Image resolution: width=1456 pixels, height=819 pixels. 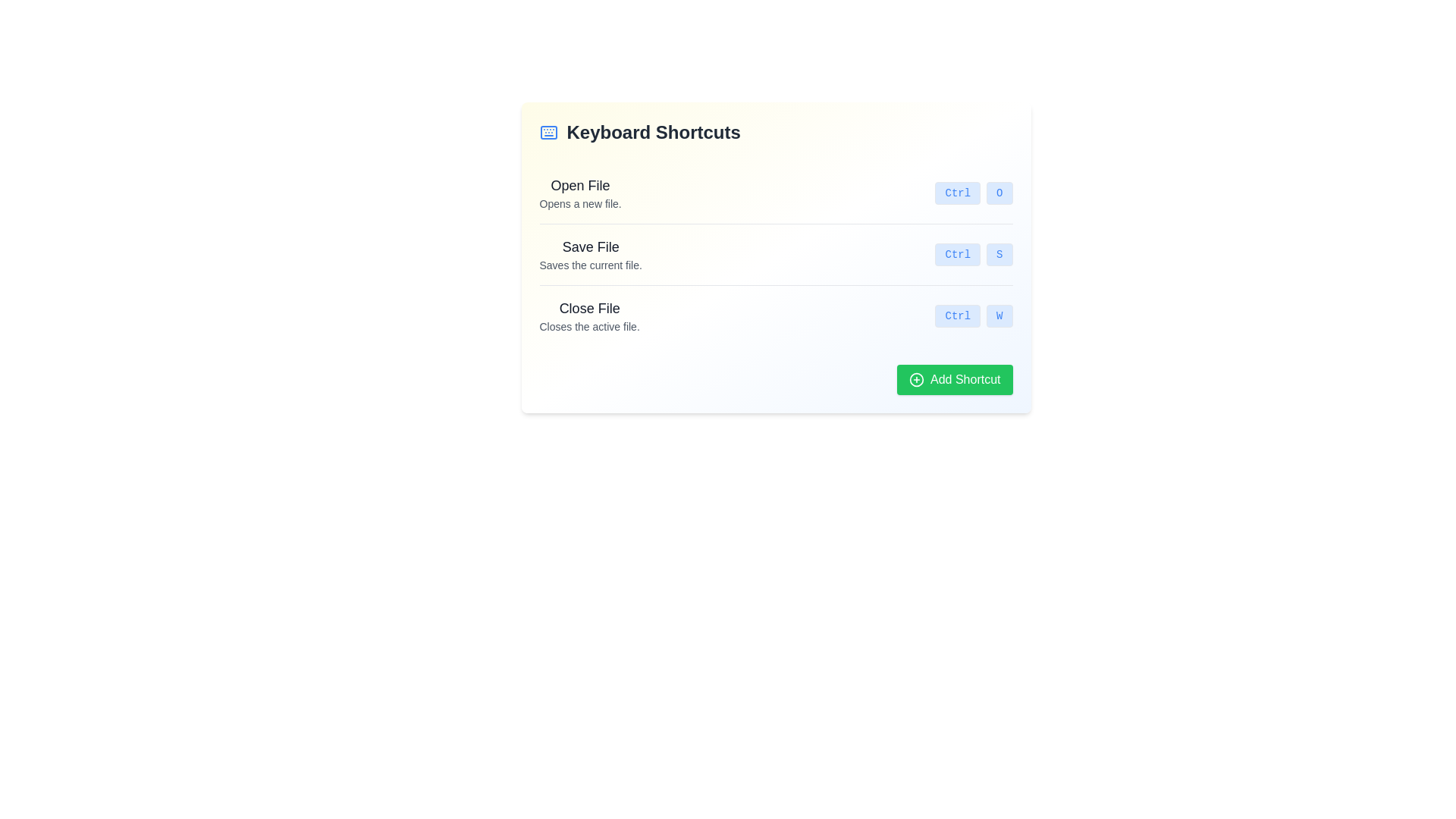 I want to click on the header element labeled 'Save File' which includes a description stating 'Saves the current file.' positioned below 'Open File' in the keyboard shortcuts list, so click(x=590, y=253).